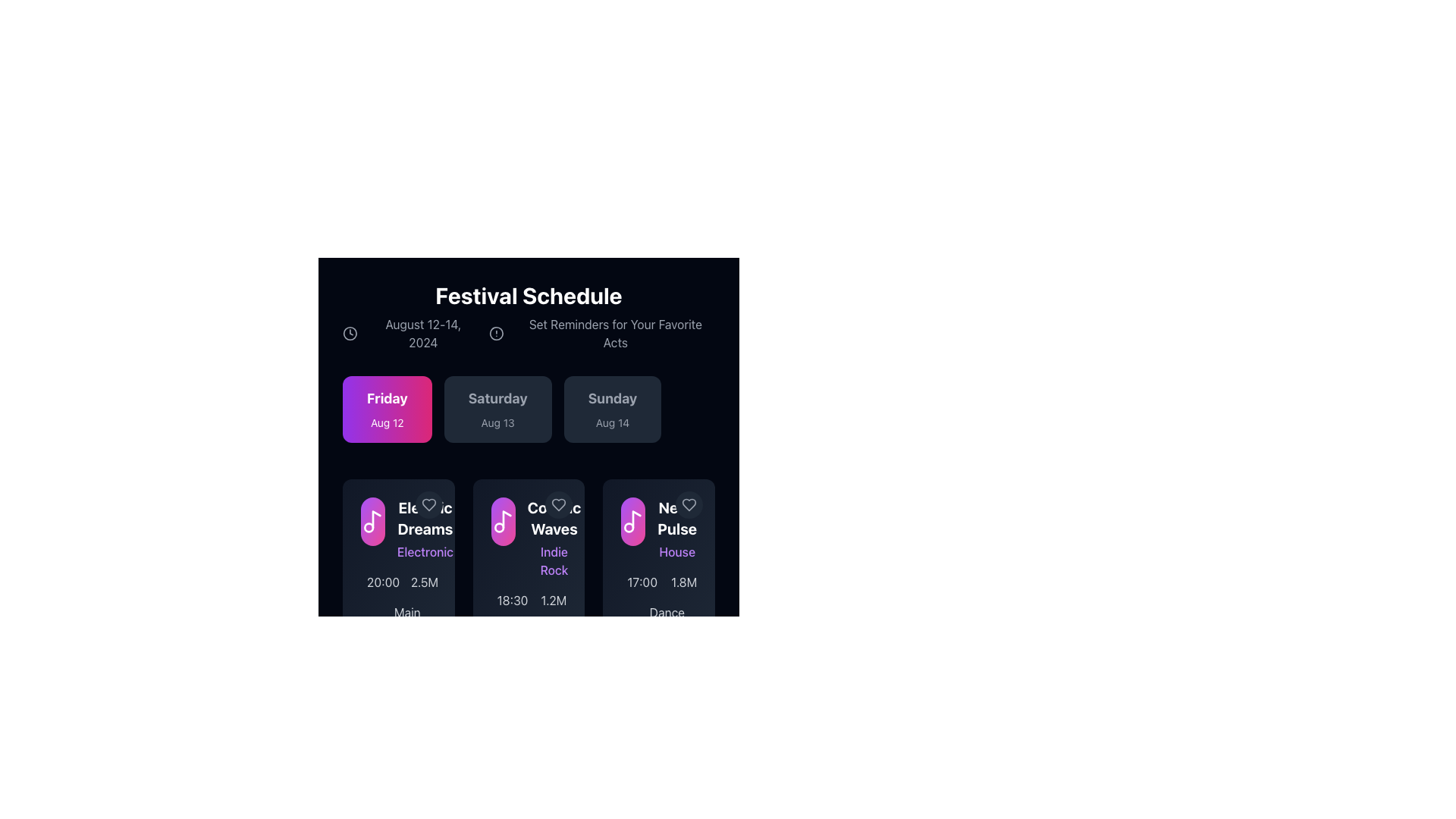 This screenshot has height=819, width=1456. What do you see at coordinates (633, 520) in the screenshot?
I see `the musical icon representing the 'Neon Pulse' music event, which is located in the third column of the musical events section under 'Festival Schedule'` at bounding box center [633, 520].